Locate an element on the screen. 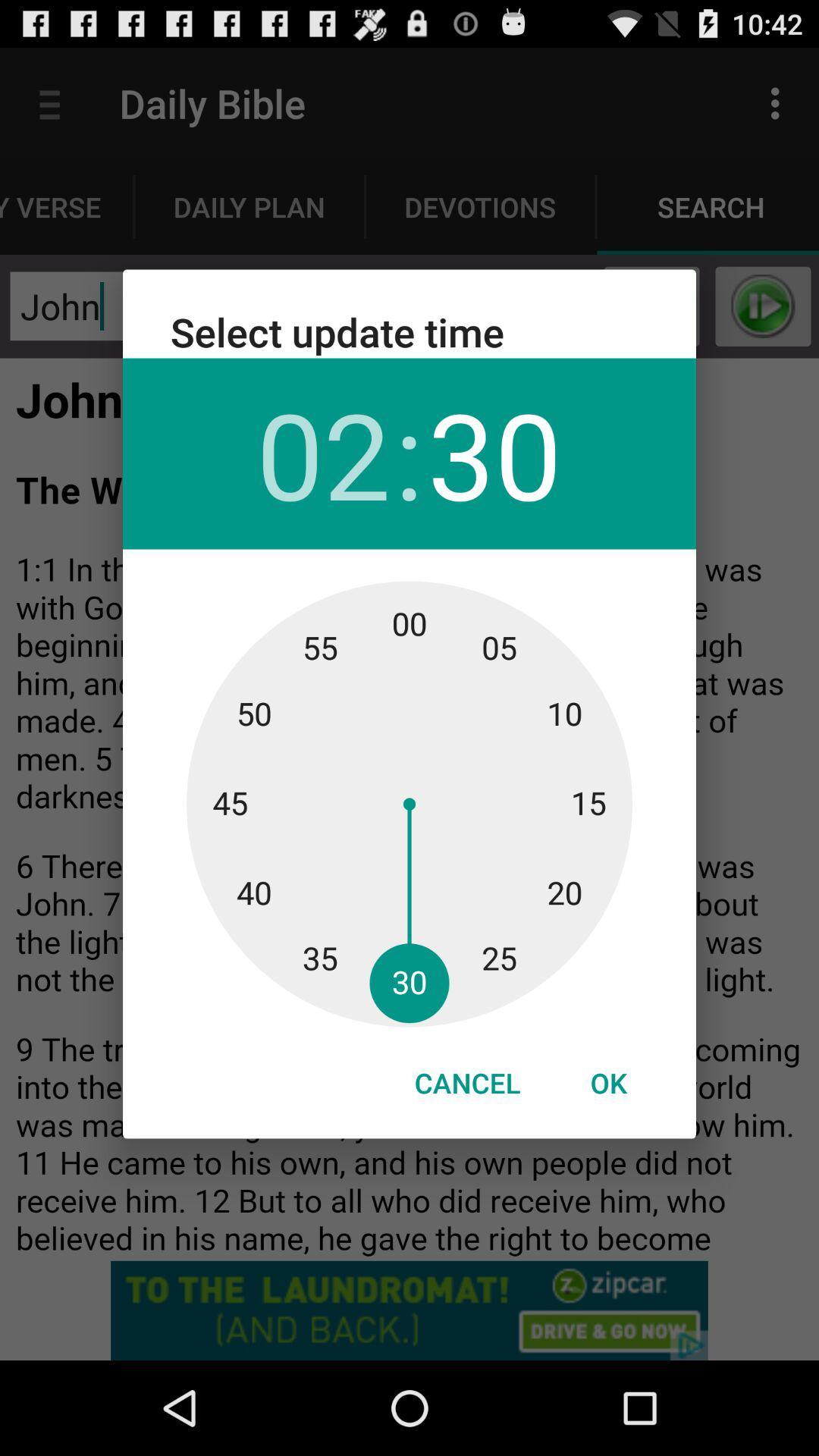  icon to the right of : icon is located at coordinates (494, 453).